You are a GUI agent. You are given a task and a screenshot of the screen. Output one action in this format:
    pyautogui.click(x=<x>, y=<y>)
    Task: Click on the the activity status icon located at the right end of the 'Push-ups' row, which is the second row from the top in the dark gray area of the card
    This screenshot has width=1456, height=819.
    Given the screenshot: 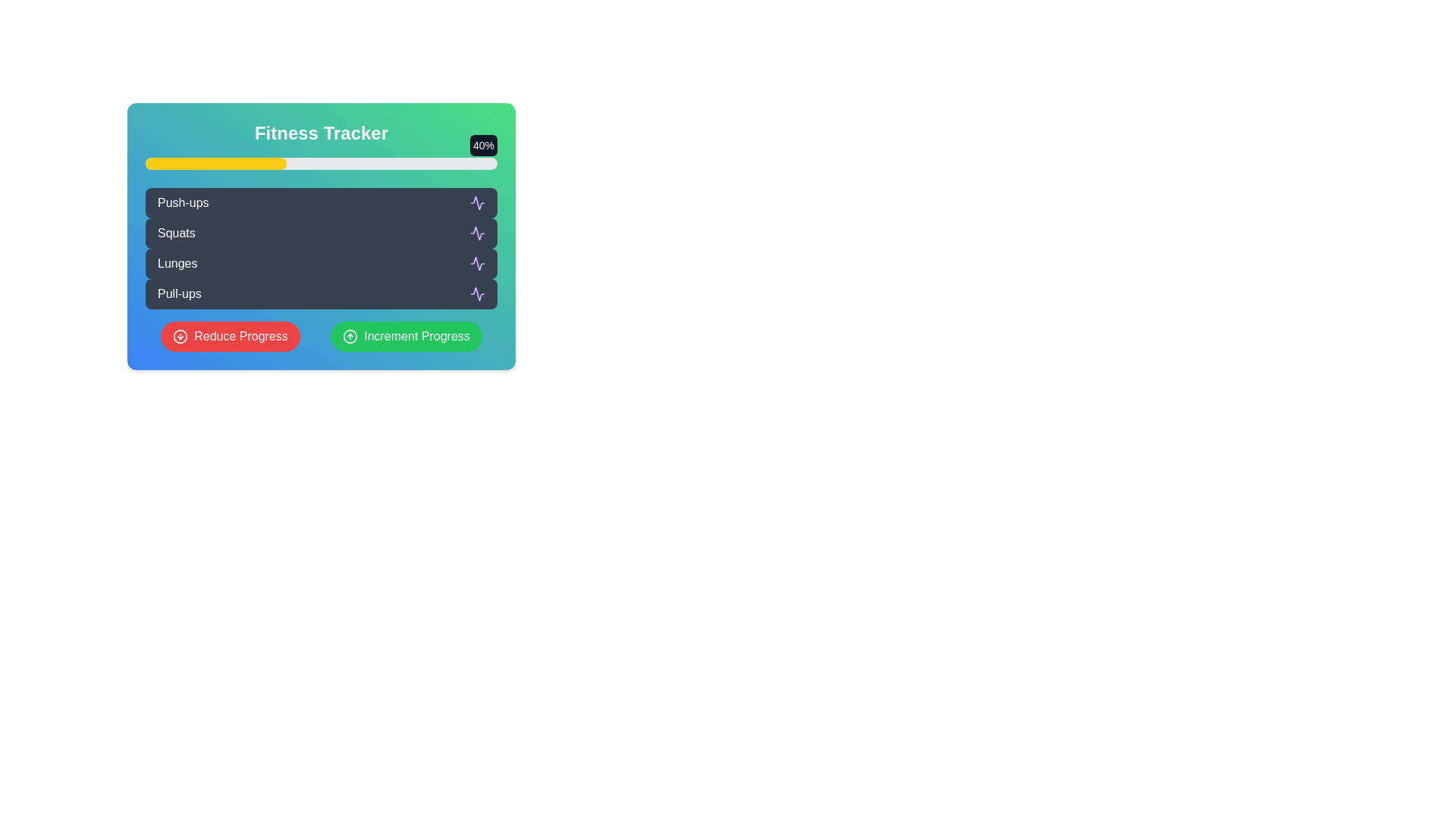 What is the action you would take?
    pyautogui.click(x=476, y=202)
    